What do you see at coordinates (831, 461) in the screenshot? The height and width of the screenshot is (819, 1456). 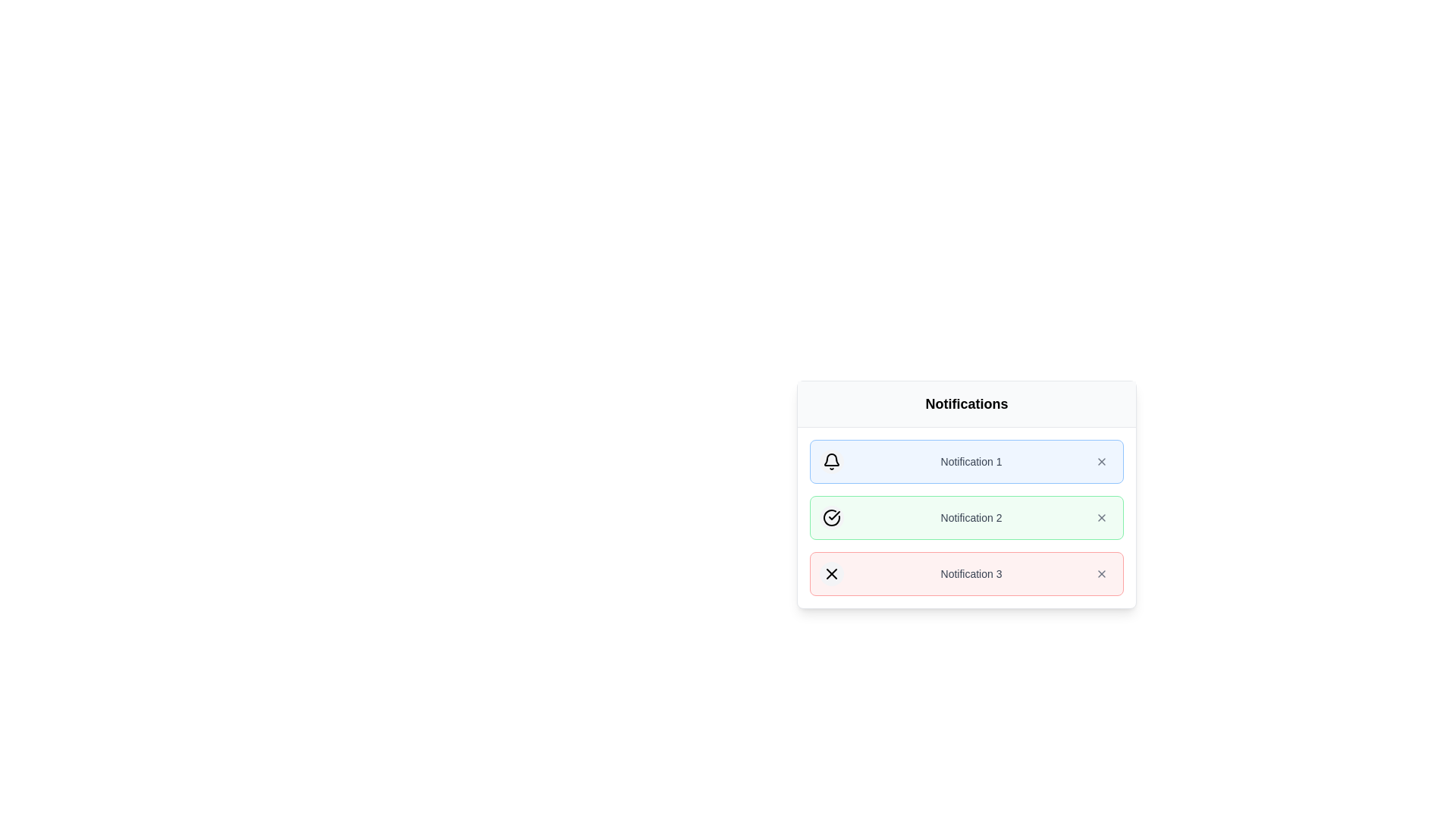 I see `the circular bell icon located to the left of the text labeled 'Notification 1' within a soft blue background rectangle` at bounding box center [831, 461].